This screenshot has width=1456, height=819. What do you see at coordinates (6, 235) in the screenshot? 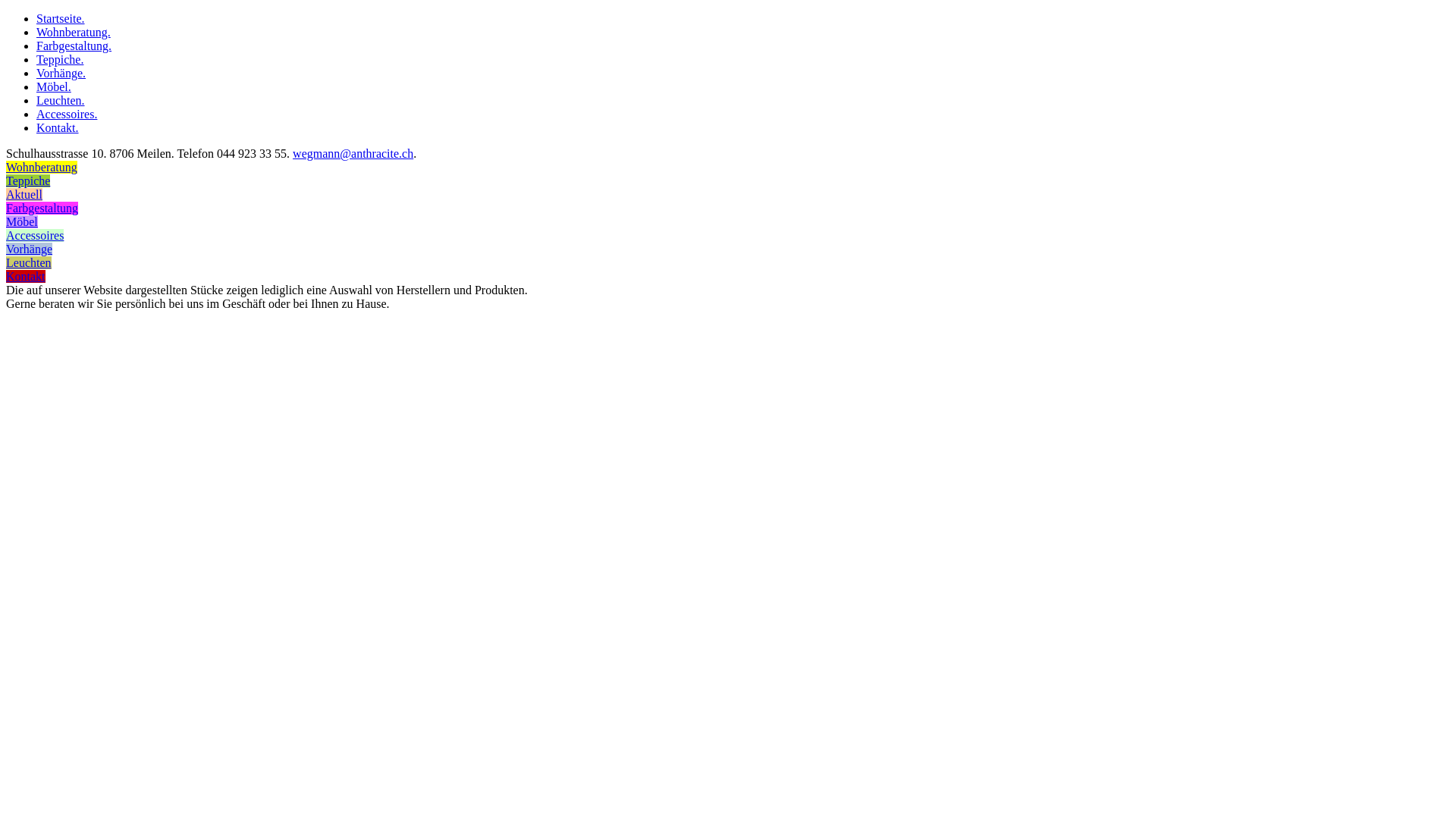
I see `'Accessoires'` at bounding box center [6, 235].